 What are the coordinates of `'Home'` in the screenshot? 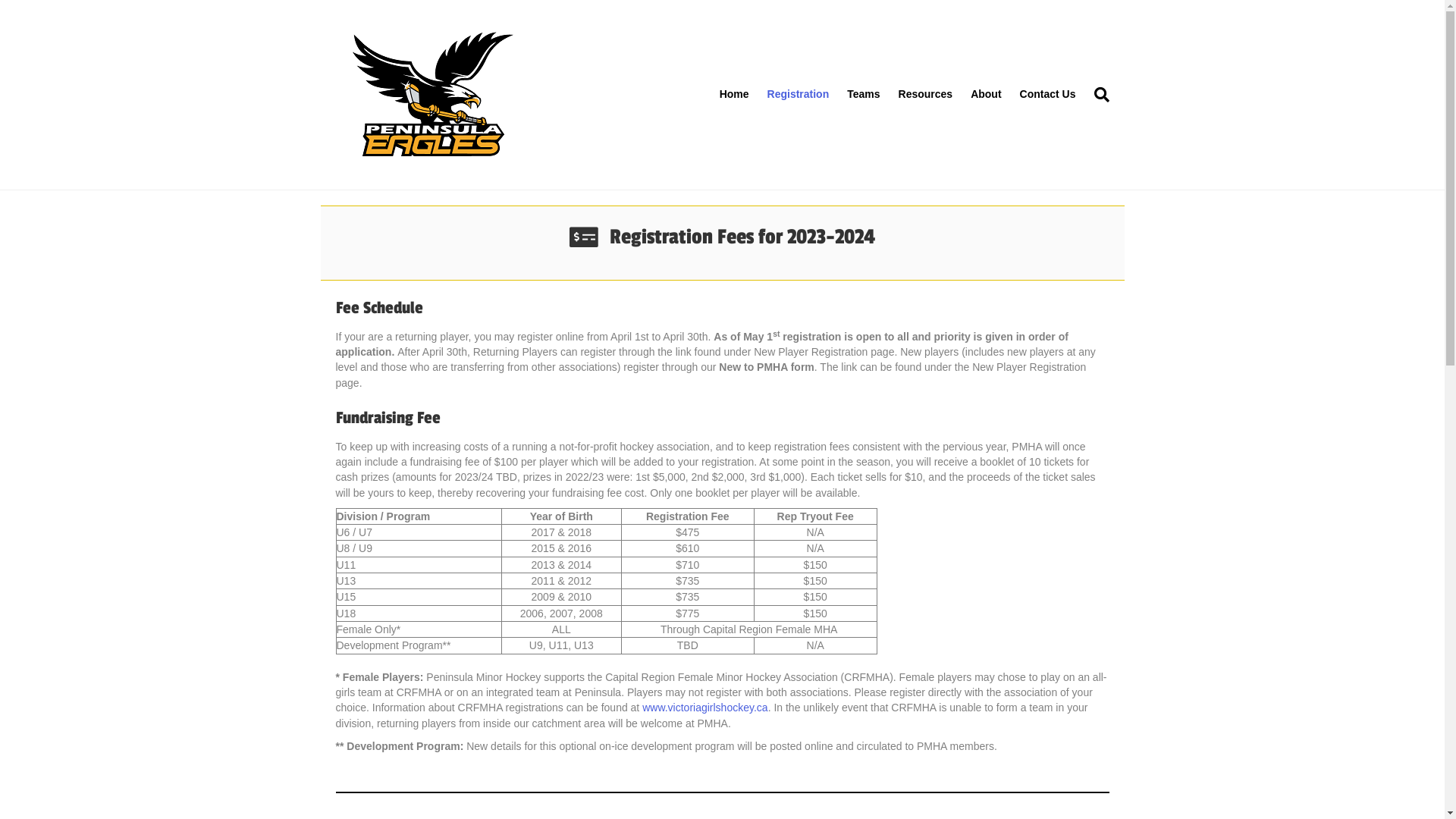 It's located at (734, 94).